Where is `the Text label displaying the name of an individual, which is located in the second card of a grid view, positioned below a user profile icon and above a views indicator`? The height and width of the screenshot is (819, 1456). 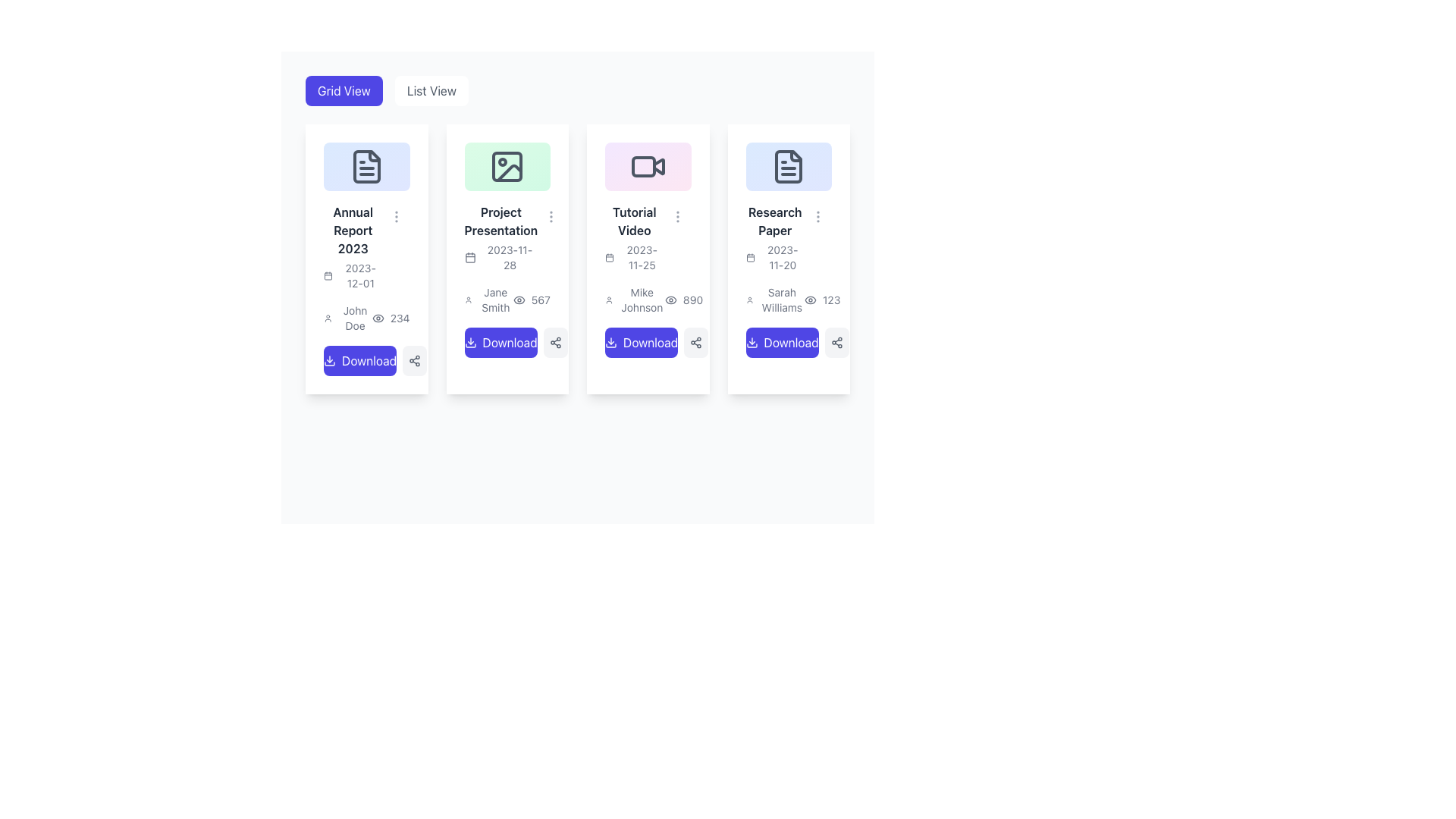 the Text label displaying the name of an individual, which is located in the second card of a grid view, positioned below a user profile icon and above a views indicator is located at coordinates (495, 300).